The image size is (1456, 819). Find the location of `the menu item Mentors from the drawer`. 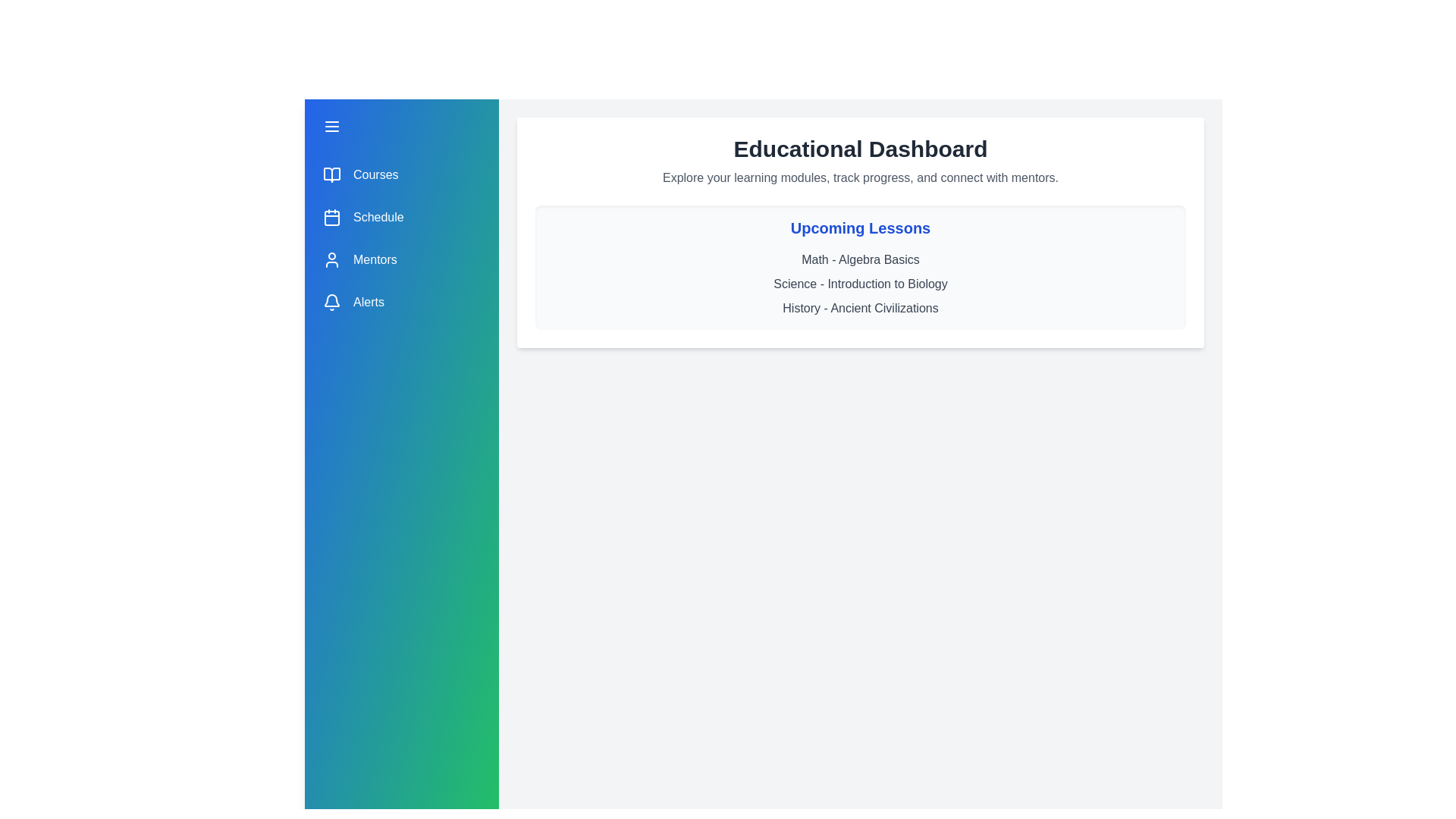

the menu item Mentors from the drawer is located at coordinates (401, 259).